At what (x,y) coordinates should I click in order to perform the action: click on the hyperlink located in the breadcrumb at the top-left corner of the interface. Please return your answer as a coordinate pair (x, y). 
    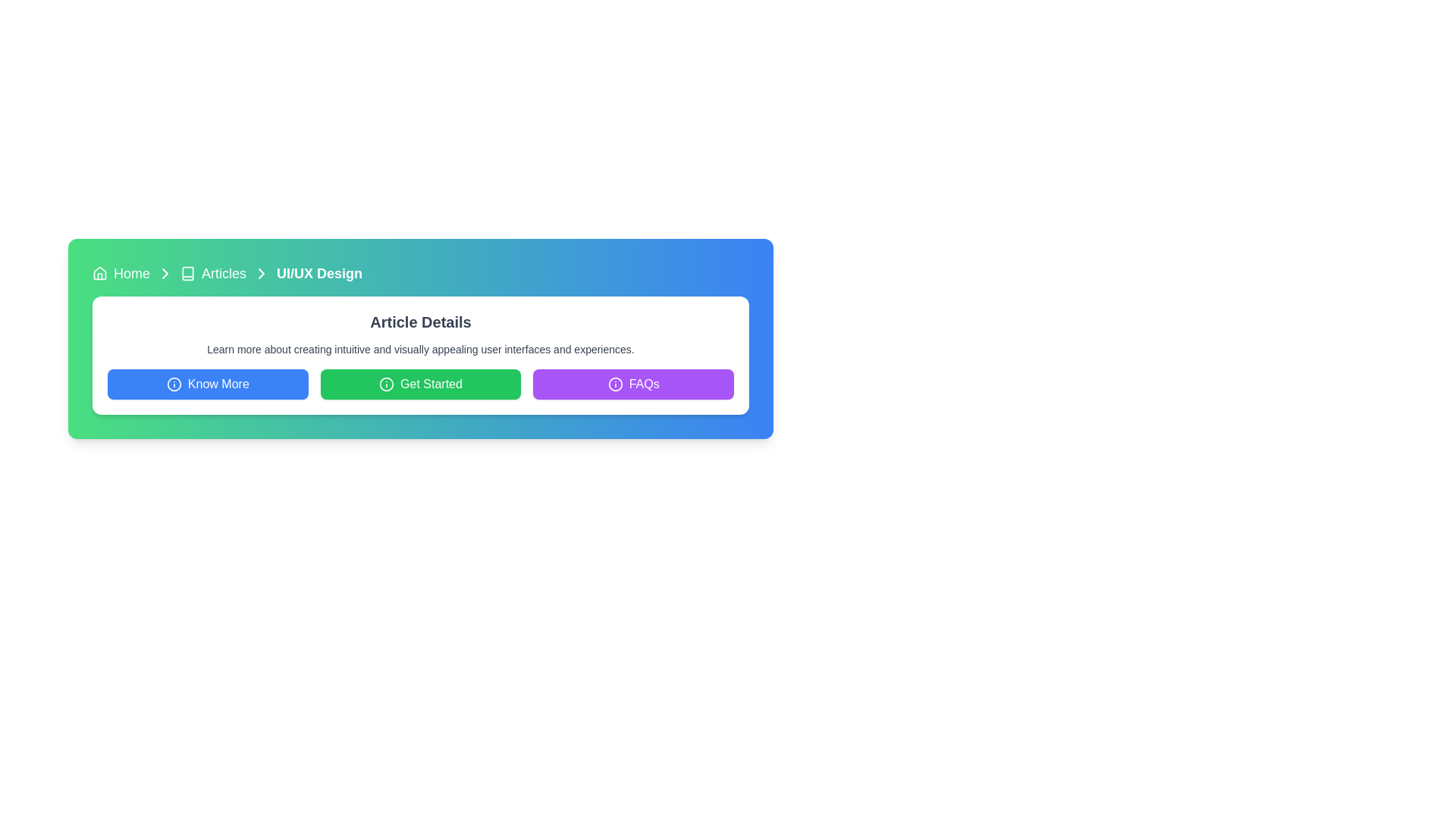
    Looking at the image, I should click on (131, 274).